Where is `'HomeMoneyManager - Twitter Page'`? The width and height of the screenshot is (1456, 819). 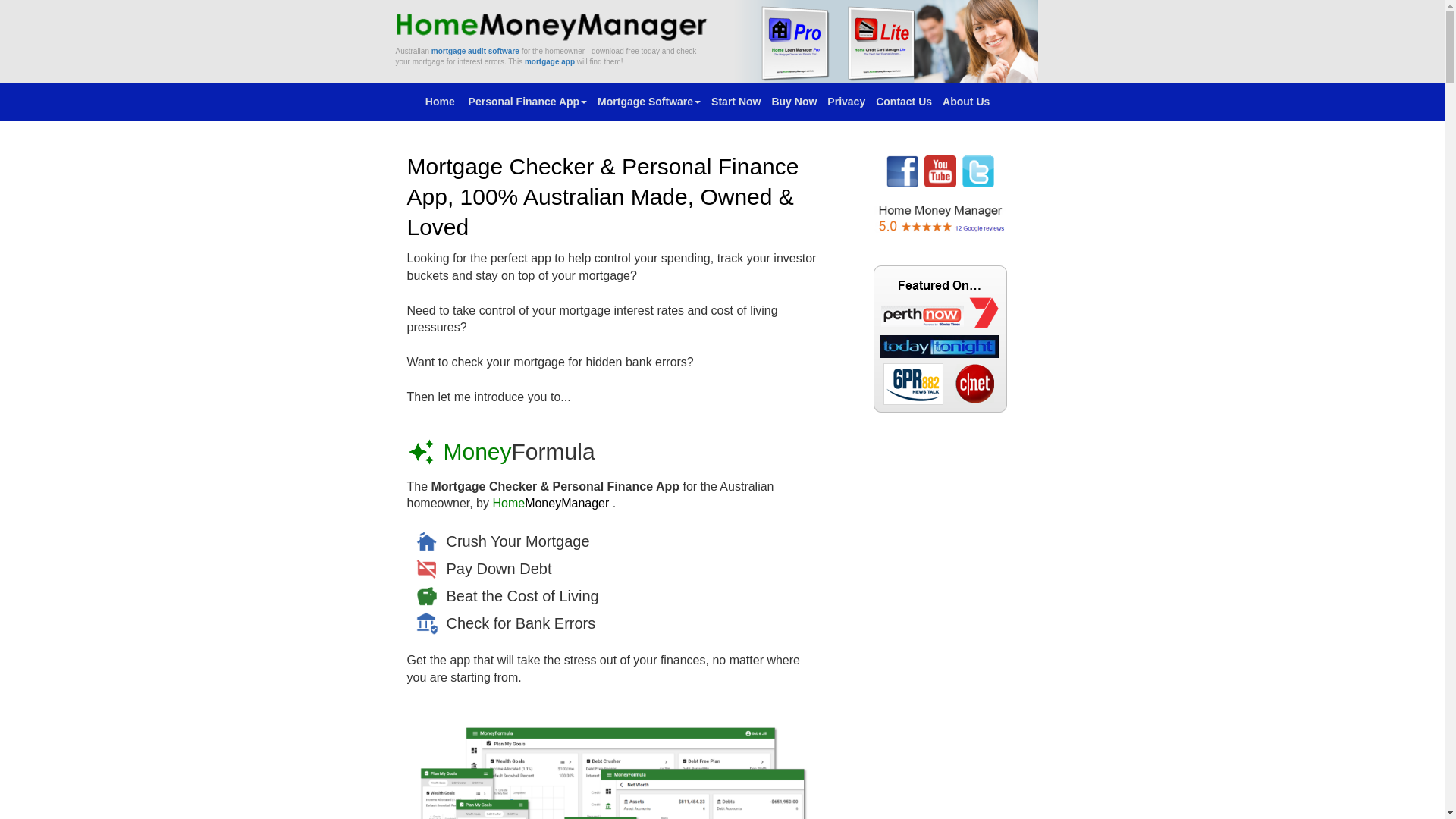
'HomeMoneyManager - Twitter Page' is located at coordinates (961, 171).